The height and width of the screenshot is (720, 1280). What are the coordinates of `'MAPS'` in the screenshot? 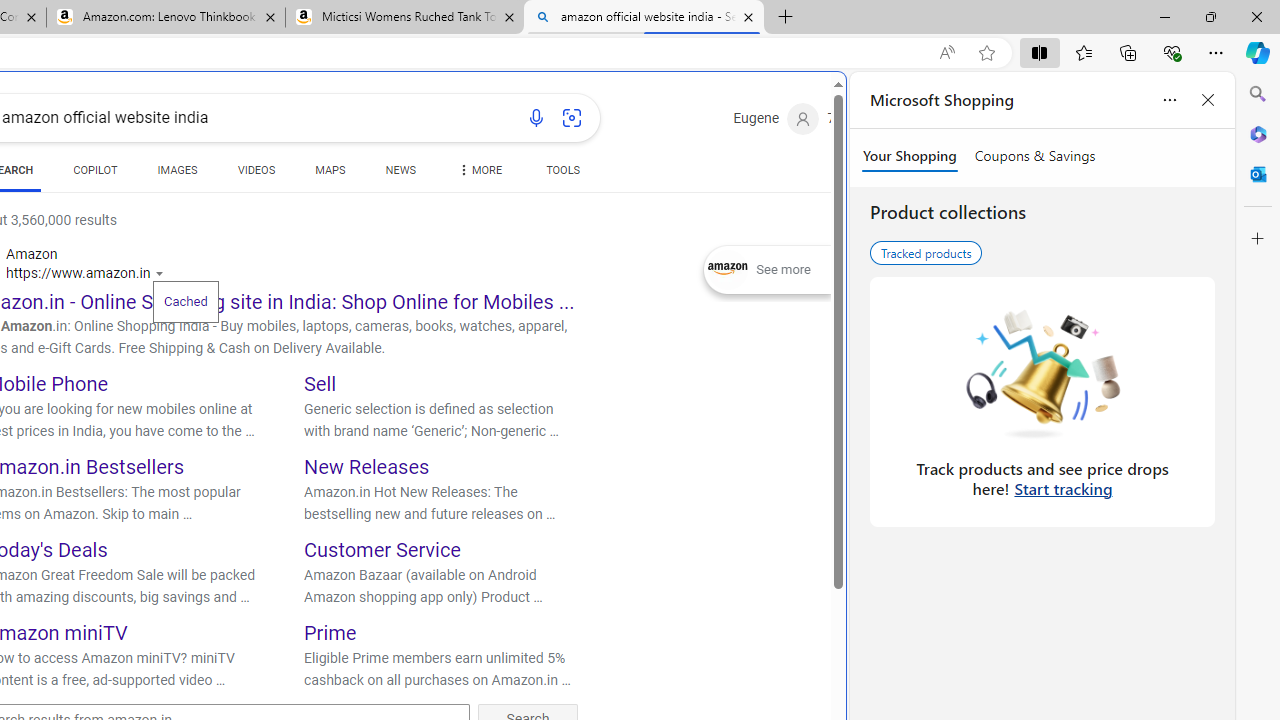 It's located at (330, 172).